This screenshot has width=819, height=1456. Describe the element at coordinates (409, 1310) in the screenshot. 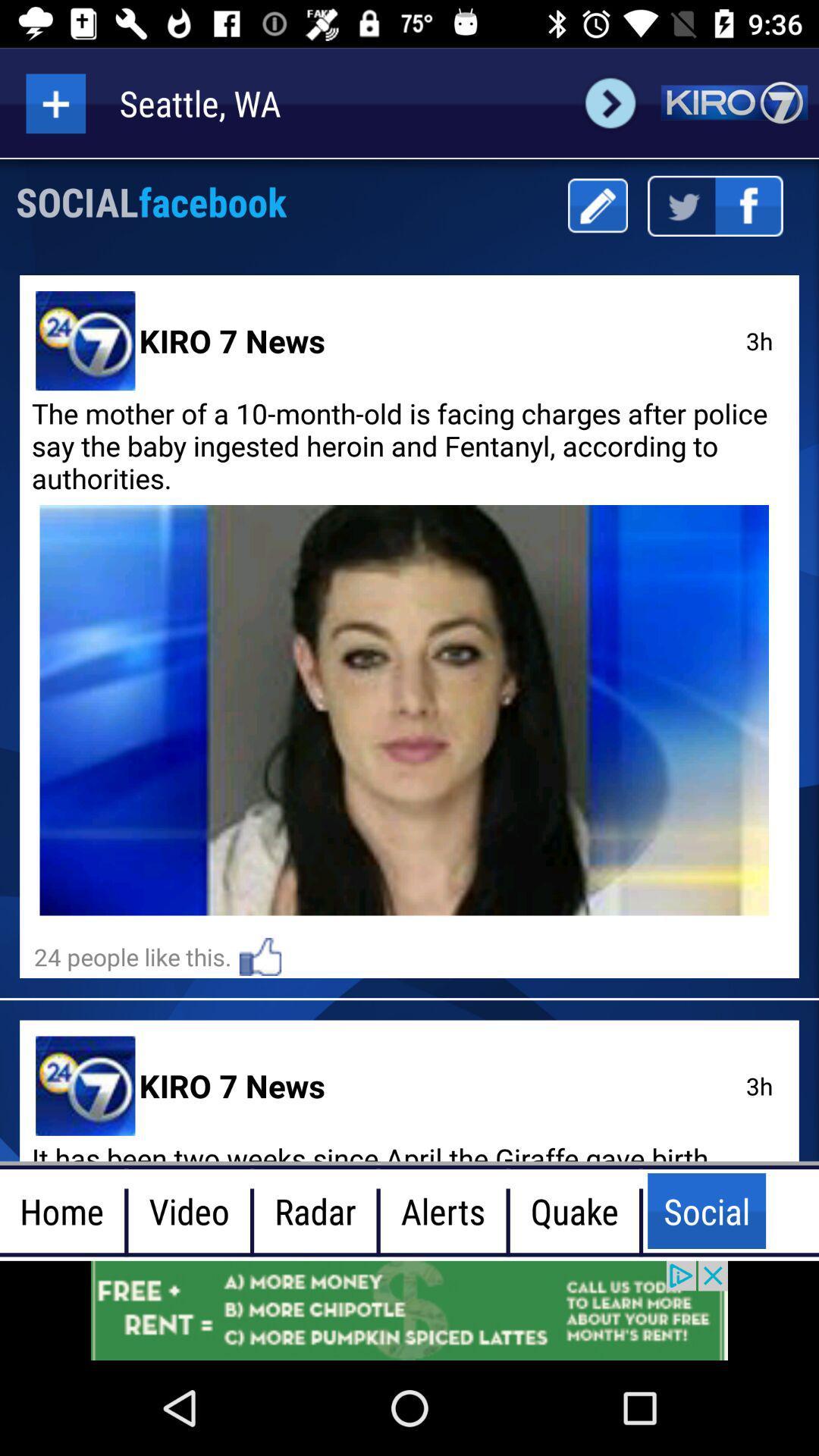

I see `advertisement banner` at that location.